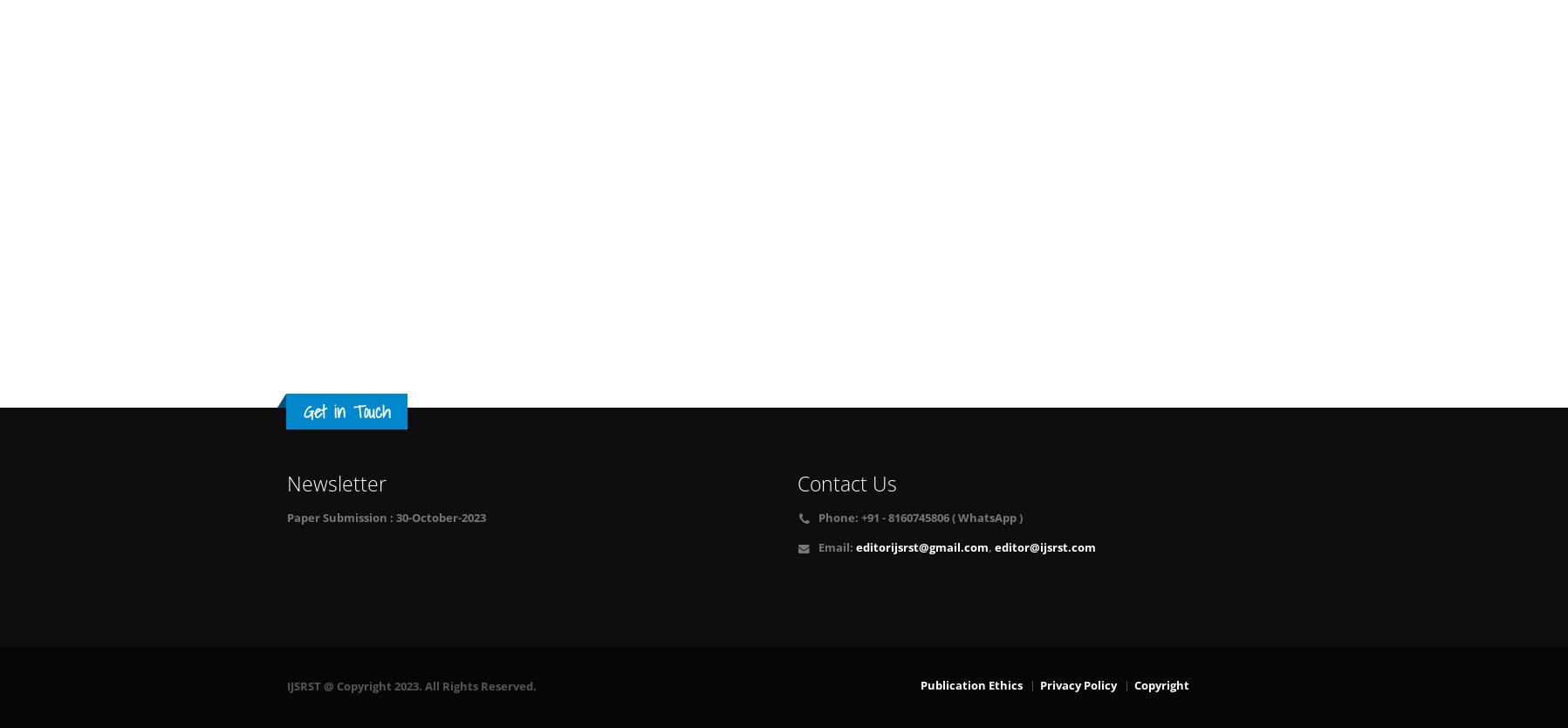  I want to click on 'Email:', so click(835, 546).